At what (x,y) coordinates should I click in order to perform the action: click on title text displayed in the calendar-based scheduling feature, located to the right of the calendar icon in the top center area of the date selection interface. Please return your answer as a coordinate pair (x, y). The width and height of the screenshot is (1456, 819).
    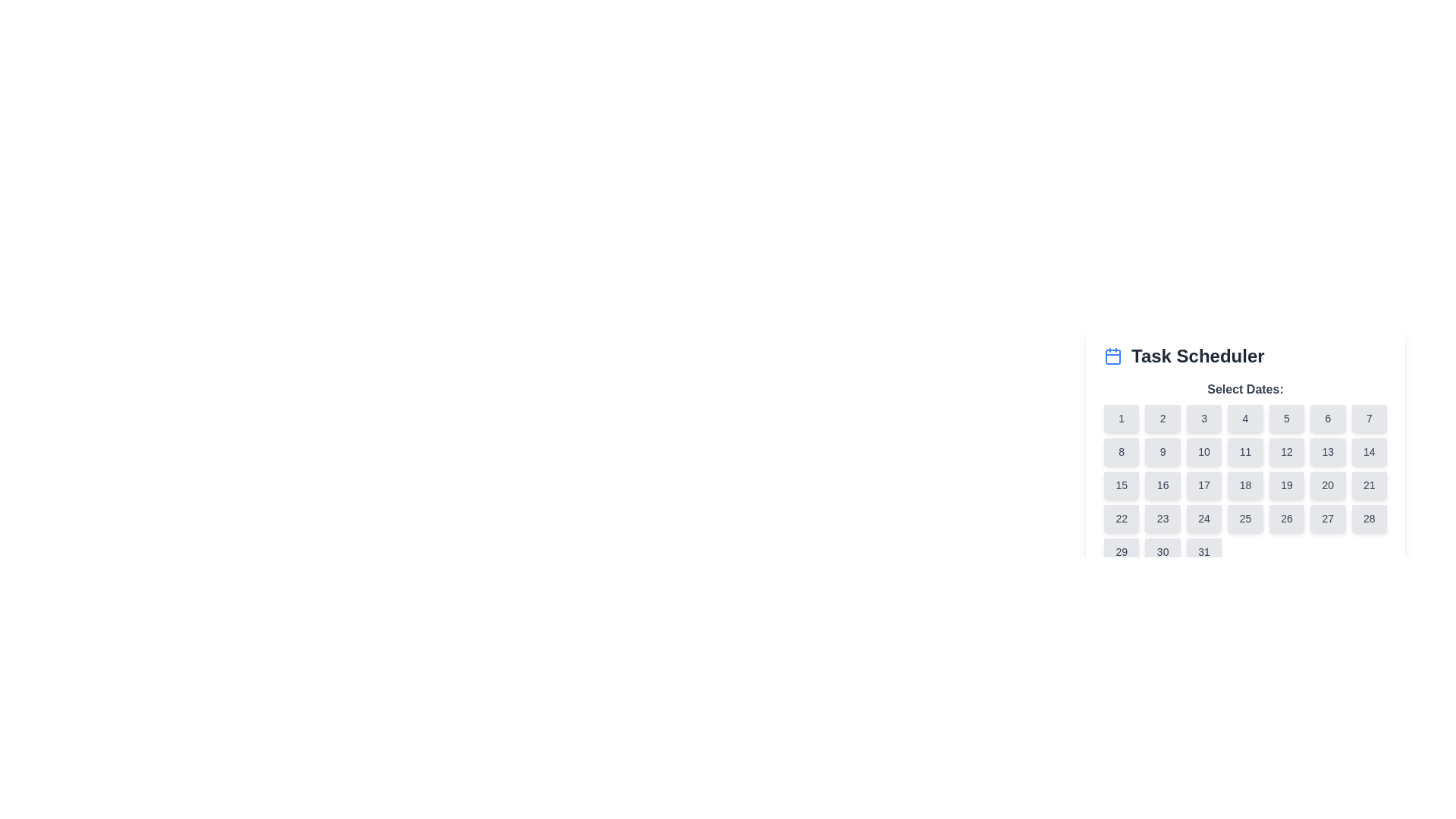
    Looking at the image, I should click on (1197, 356).